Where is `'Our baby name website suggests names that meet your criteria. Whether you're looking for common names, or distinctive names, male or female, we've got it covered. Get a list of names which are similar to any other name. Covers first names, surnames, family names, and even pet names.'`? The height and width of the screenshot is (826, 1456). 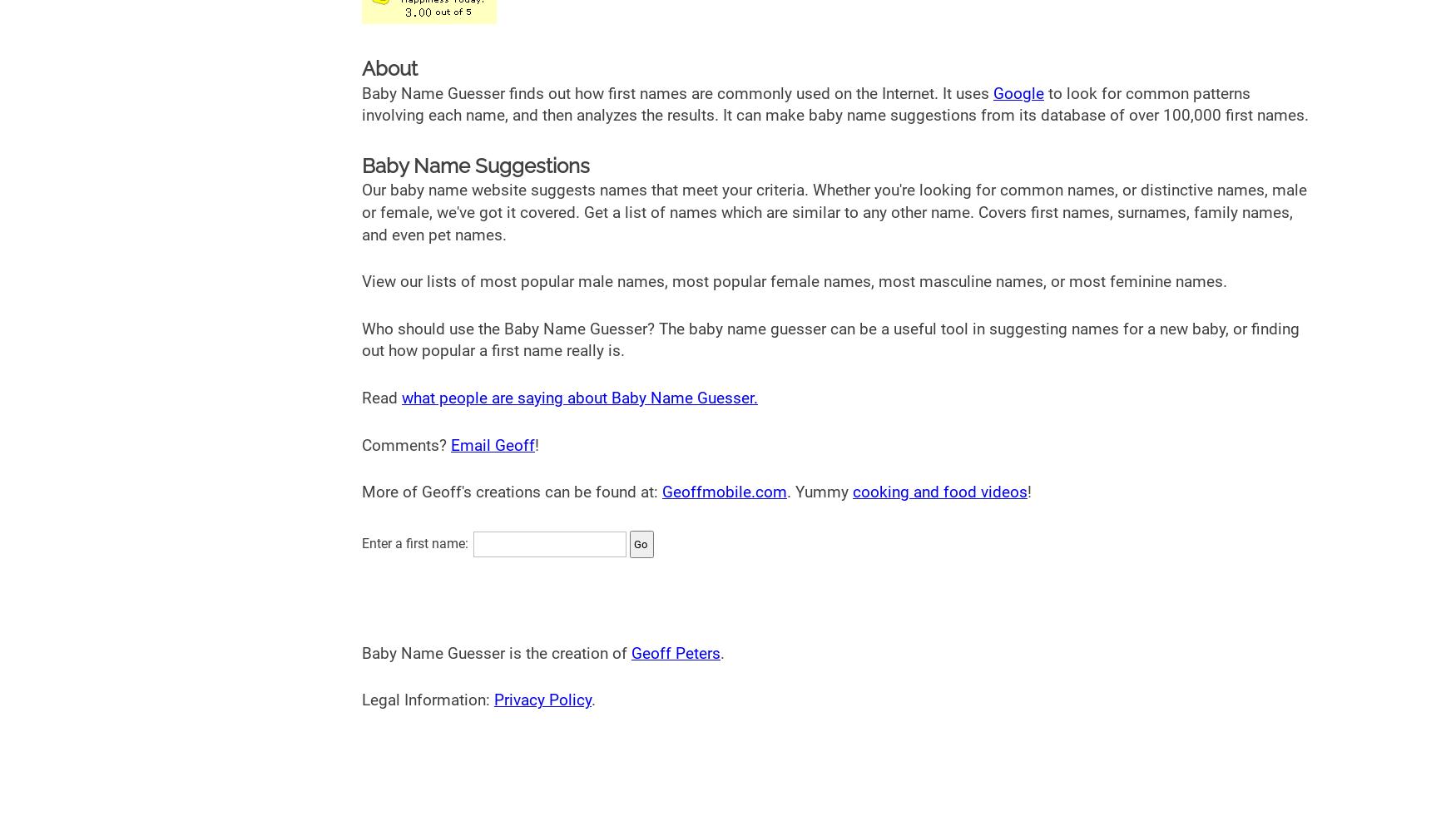 'Our baby name website suggests names that meet your criteria. Whether you're looking for common names, or distinctive names, male or female, we've got it covered. Get a list of names which are similar to any other name. Covers first names, surnames, family names, and even pet names.' is located at coordinates (833, 211).